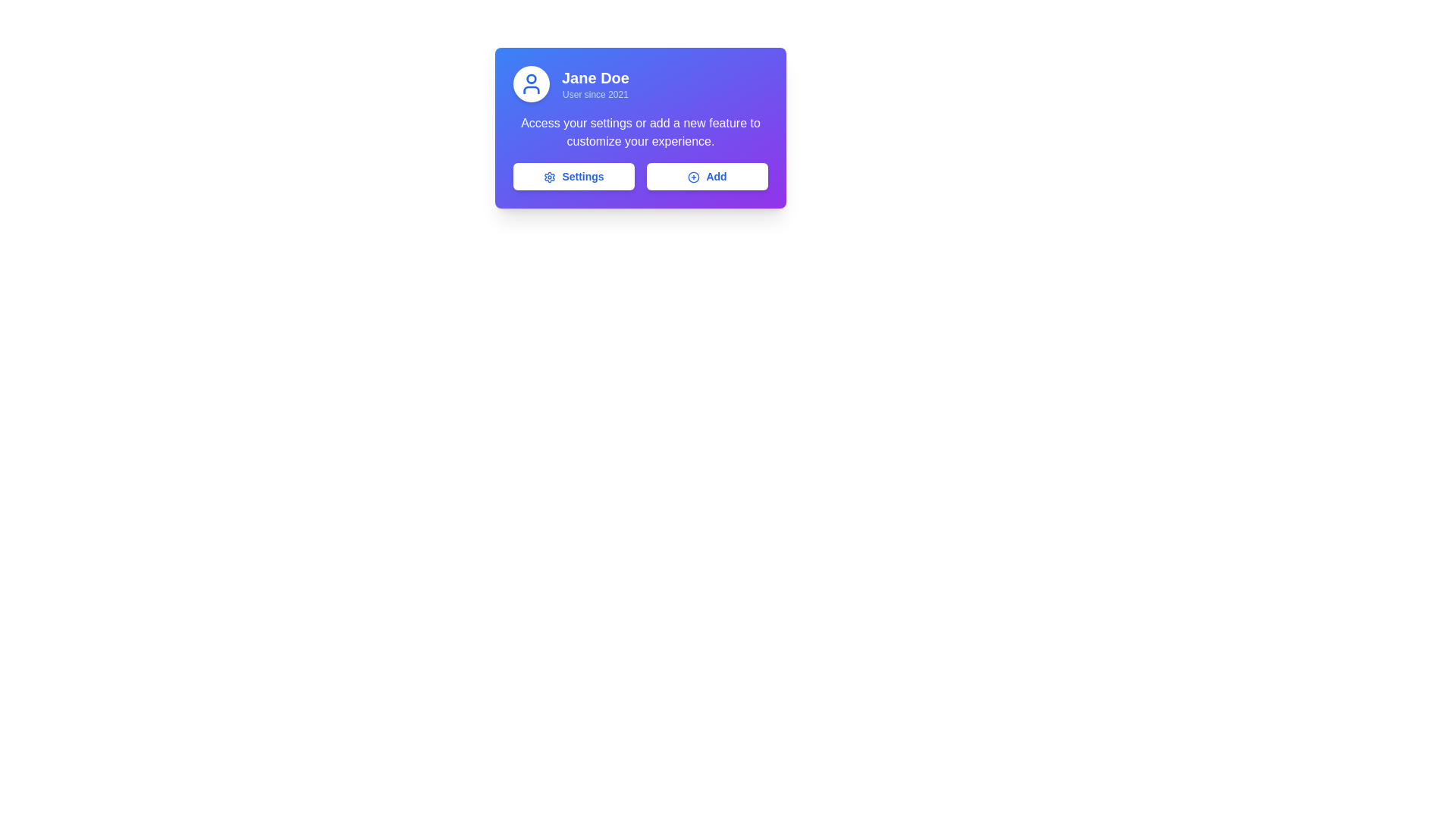  What do you see at coordinates (706, 175) in the screenshot?
I see `the 'Add' button, which is a rectangular button with rounded corners and a white background, displaying the text 'Add' in blue and a circular plus icon to its left` at bounding box center [706, 175].